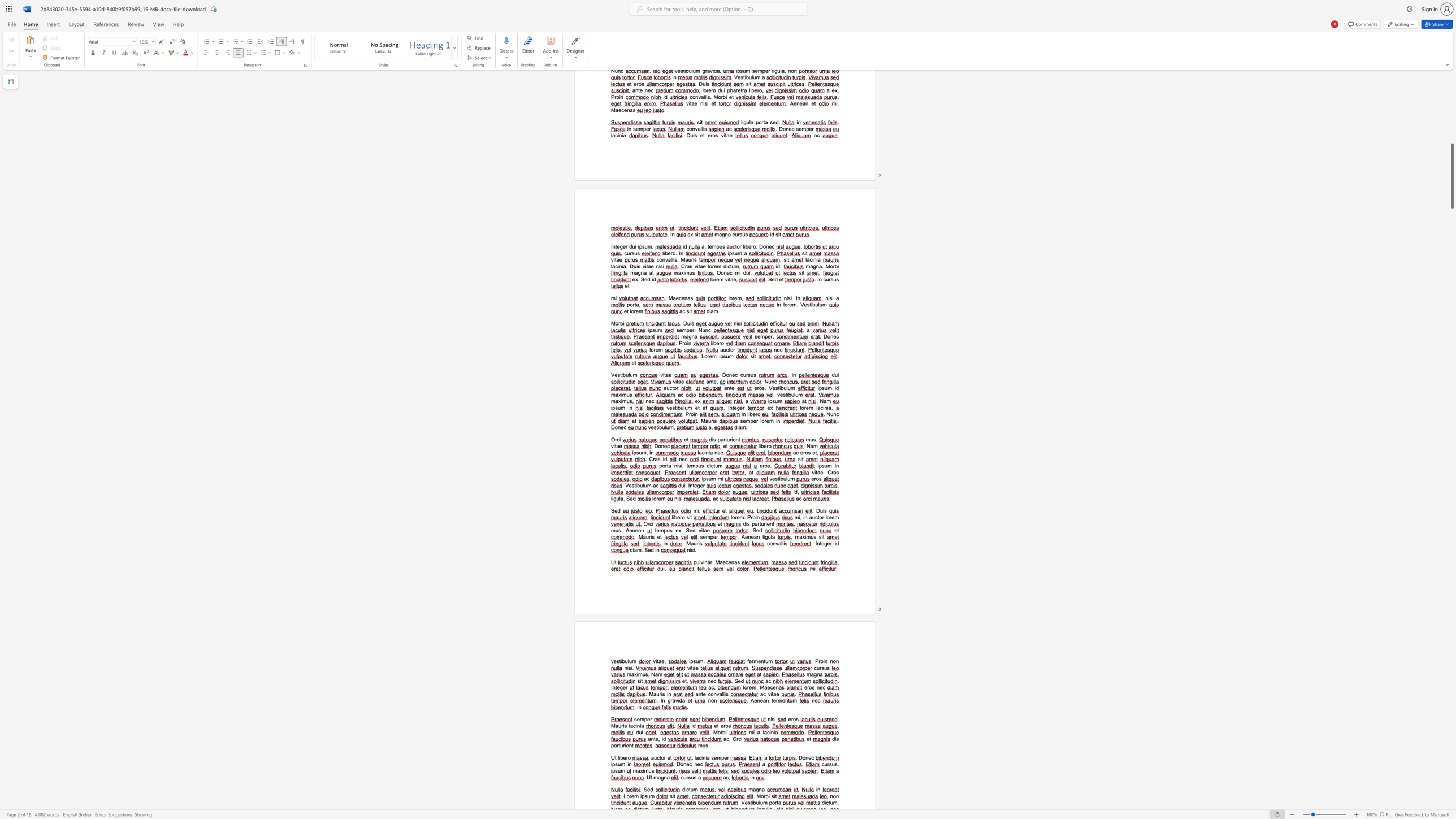 The height and width of the screenshot is (819, 1456). What do you see at coordinates (637, 673) in the screenshot?
I see `the 1th character "i" in the text` at bounding box center [637, 673].